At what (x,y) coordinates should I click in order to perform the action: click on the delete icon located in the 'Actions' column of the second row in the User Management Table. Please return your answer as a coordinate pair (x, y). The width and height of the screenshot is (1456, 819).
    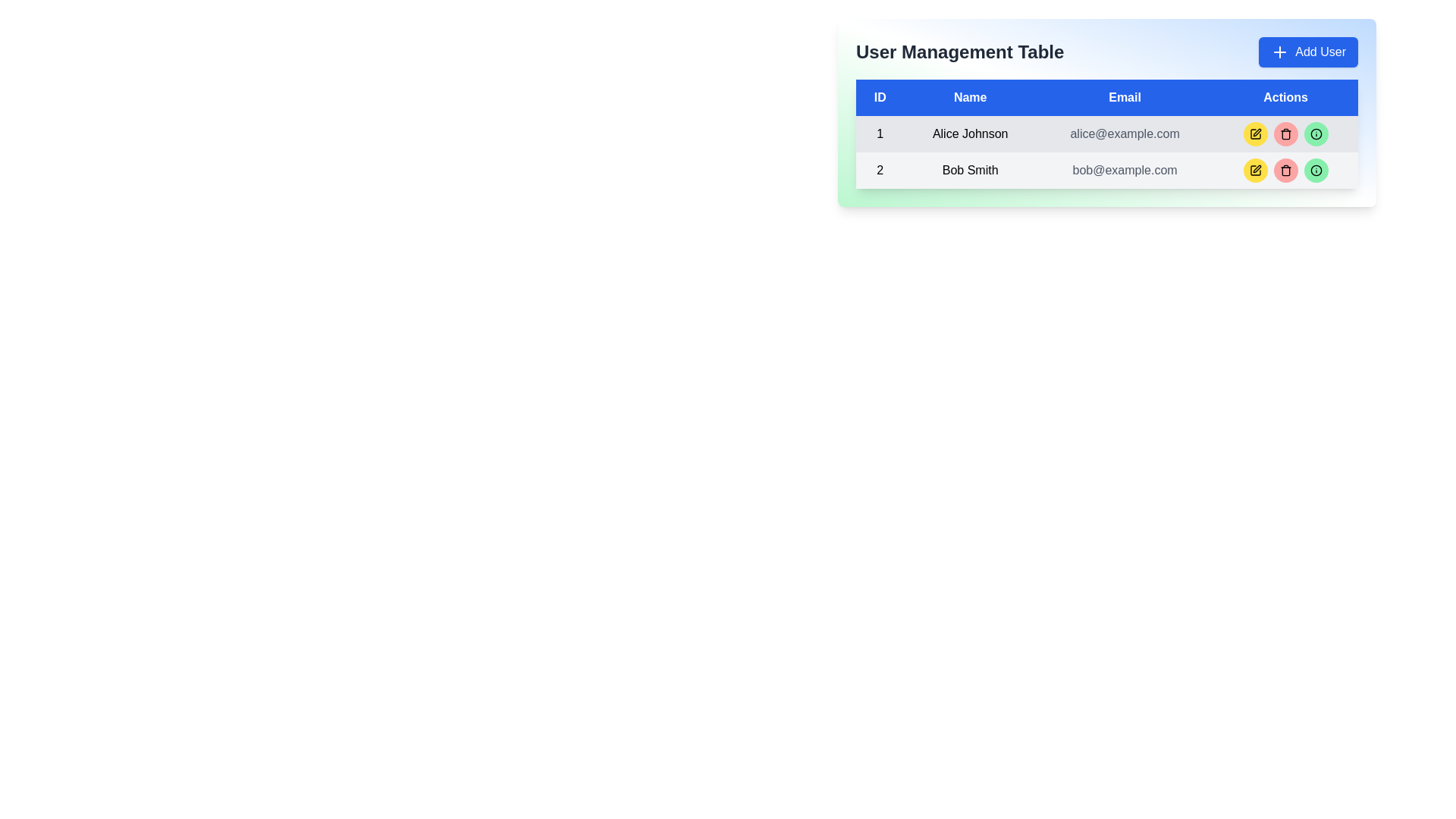
    Looking at the image, I should click on (1285, 170).